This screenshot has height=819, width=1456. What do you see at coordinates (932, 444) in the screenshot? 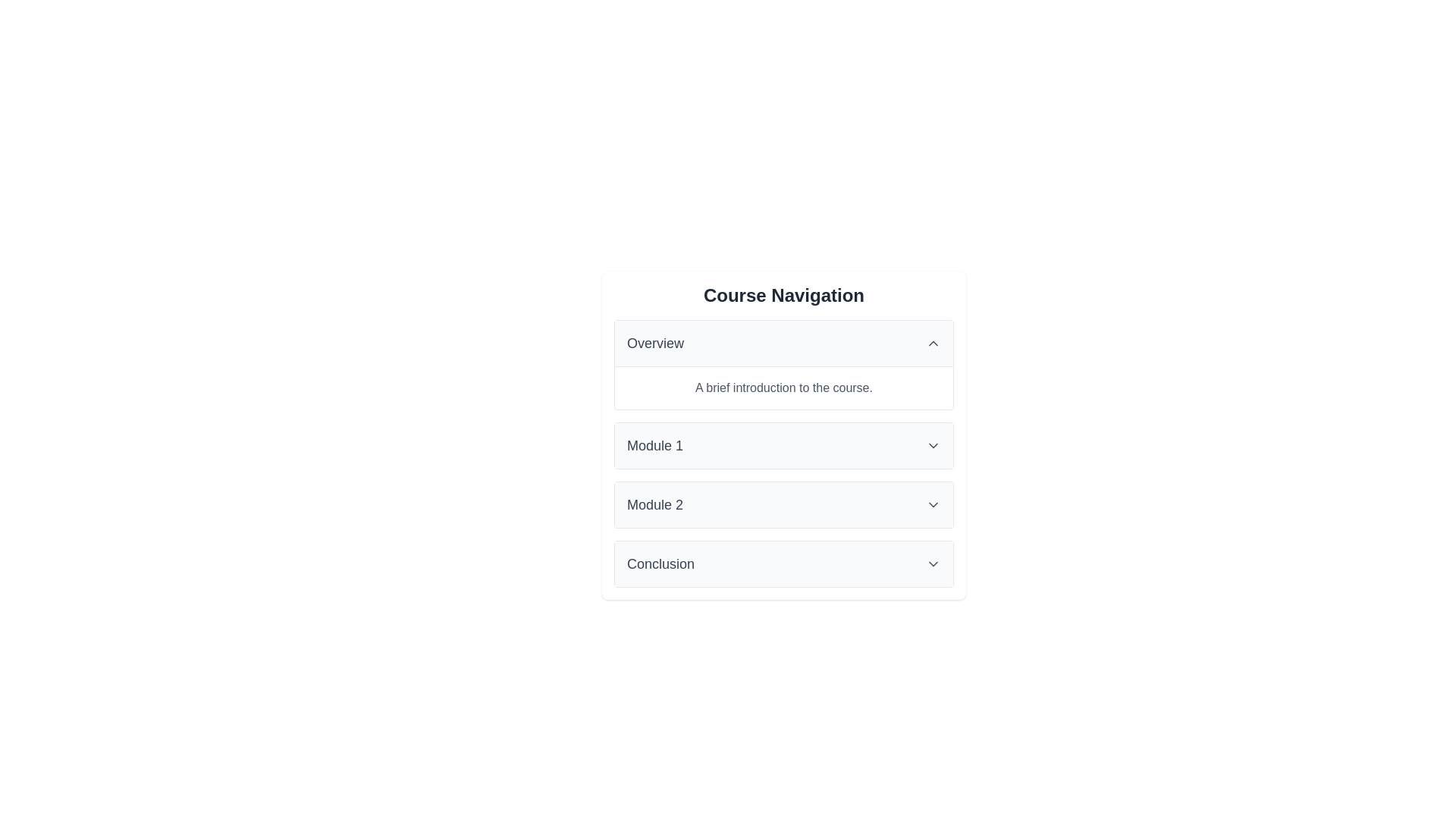
I see `the Dropdown expansion icon located at the far right of the 'Module 1' section` at bounding box center [932, 444].